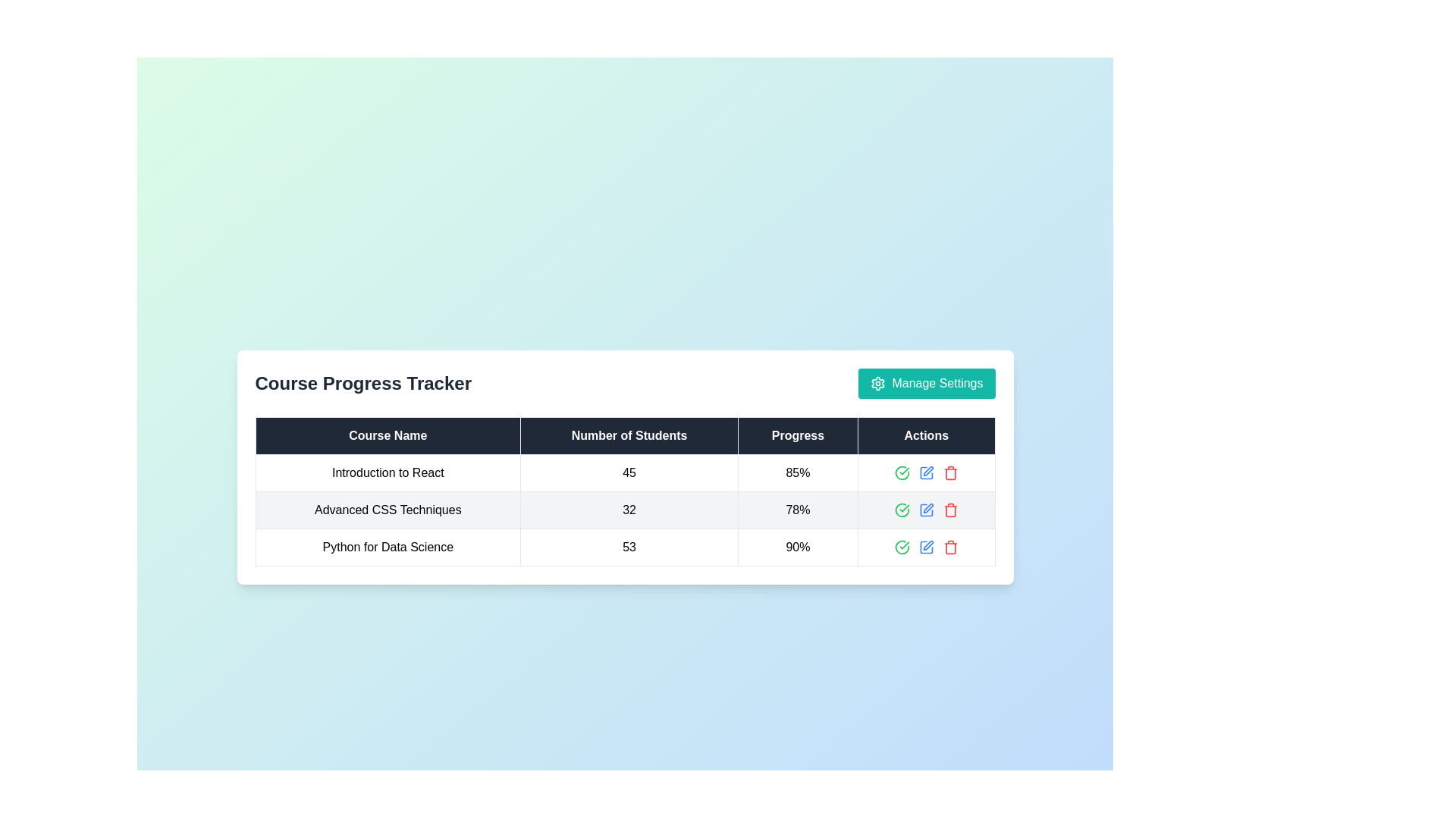 This screenshot has height=819, width=1456. What do you see at coordinates (926, 382) in the screenshot?
I see `the settings button for the 'Course Progress Tracker'` at bounding box center [926, 382].